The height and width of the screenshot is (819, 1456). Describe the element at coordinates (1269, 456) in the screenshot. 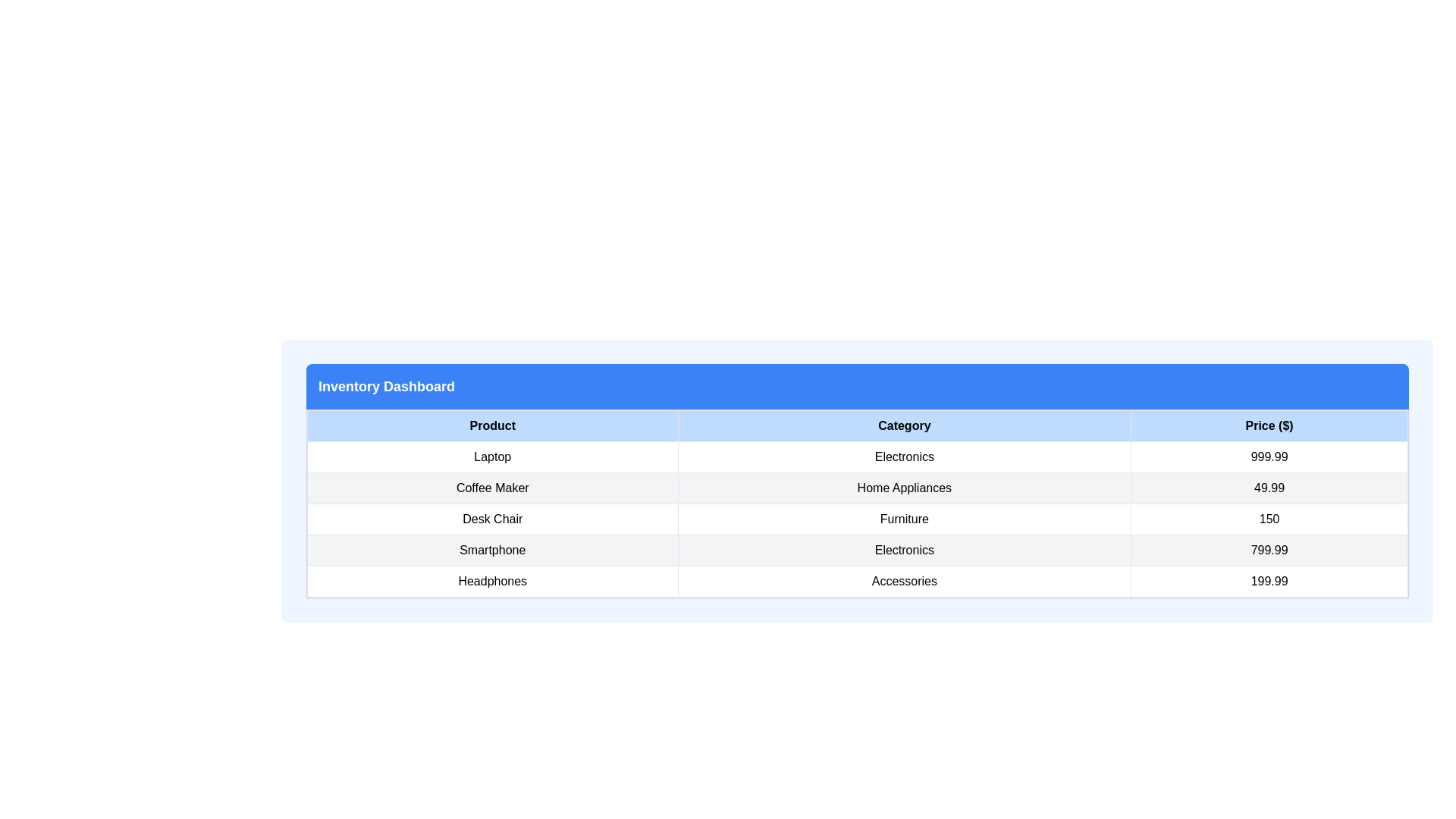

I see `the numeric value '999.99' in the third column of the first data row under the header 'Price ($)' in the table` at that location.